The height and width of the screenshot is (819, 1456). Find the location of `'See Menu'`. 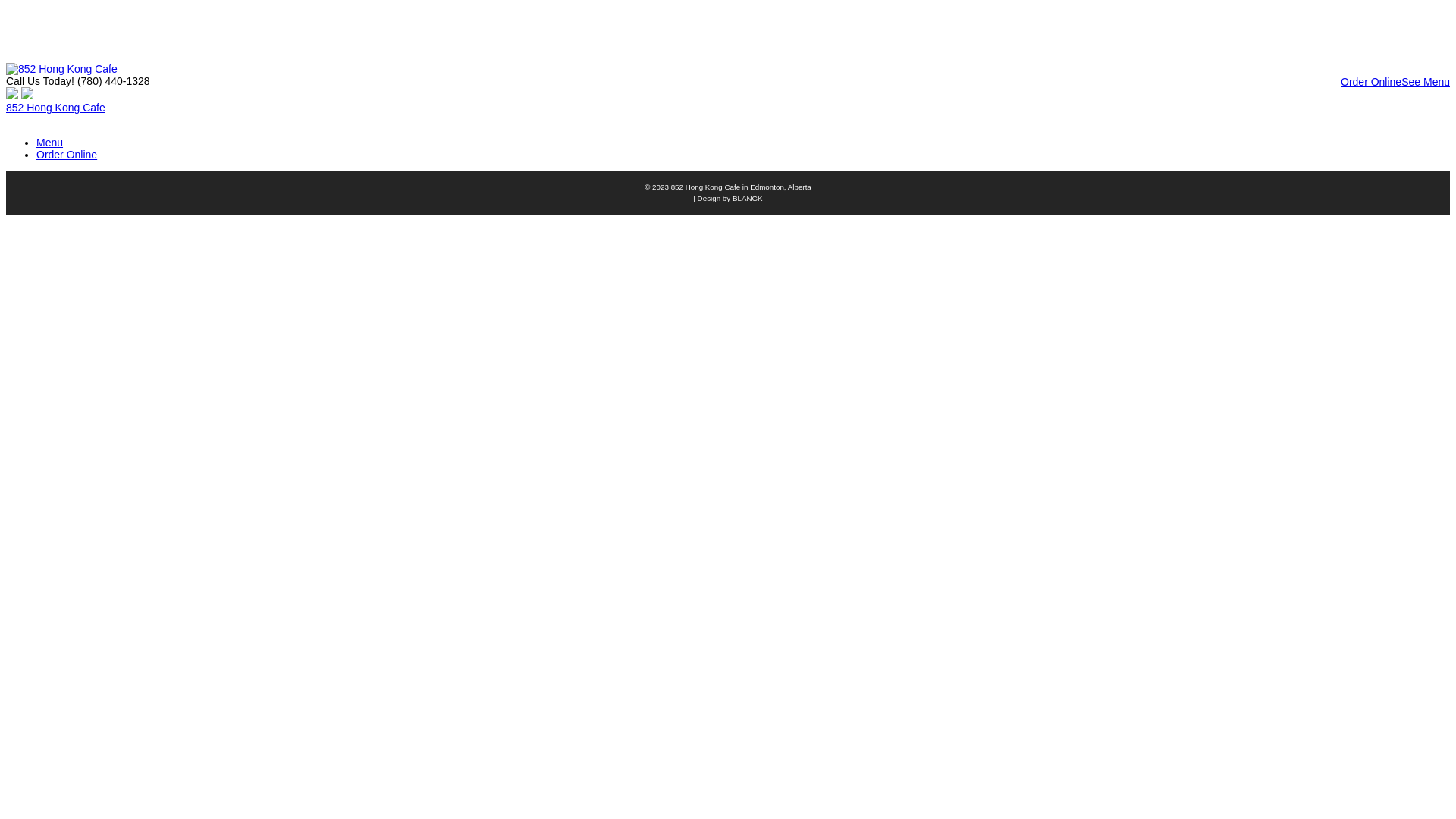

'See Menu' is located at coordinates (1401, 82).